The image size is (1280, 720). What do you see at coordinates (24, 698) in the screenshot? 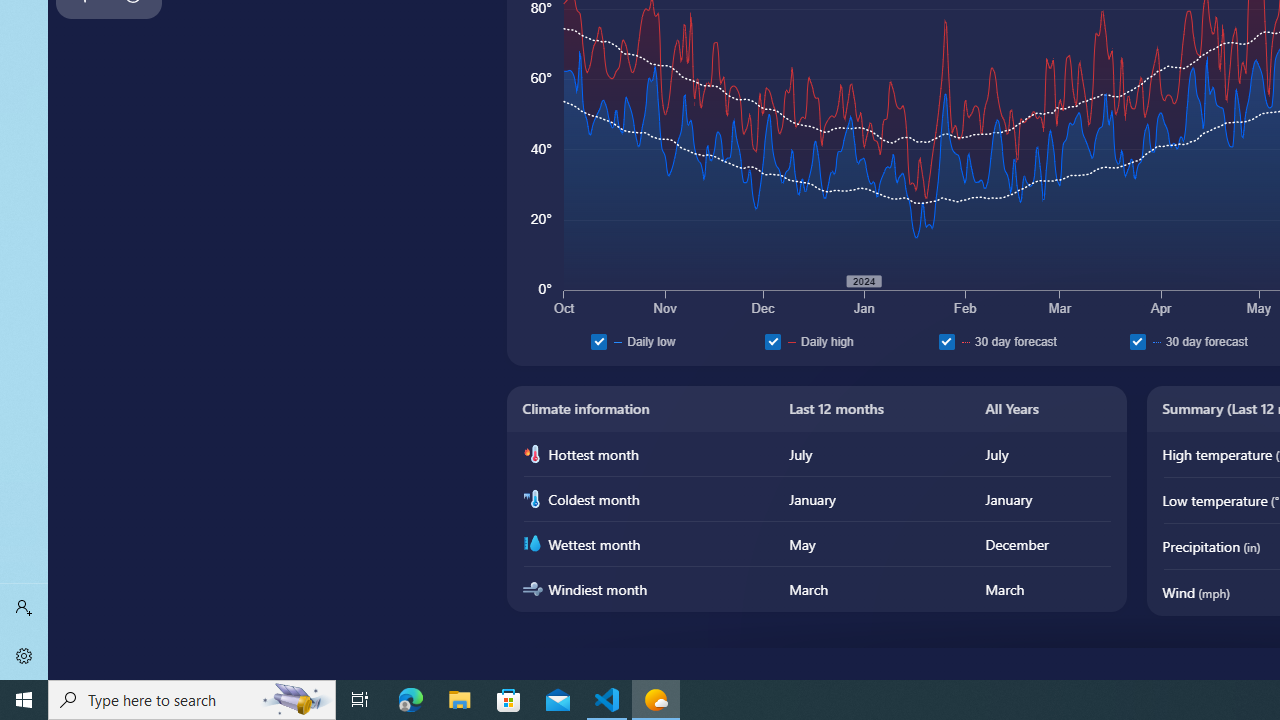
I see `'Start'` at bounding box center [24, 698].